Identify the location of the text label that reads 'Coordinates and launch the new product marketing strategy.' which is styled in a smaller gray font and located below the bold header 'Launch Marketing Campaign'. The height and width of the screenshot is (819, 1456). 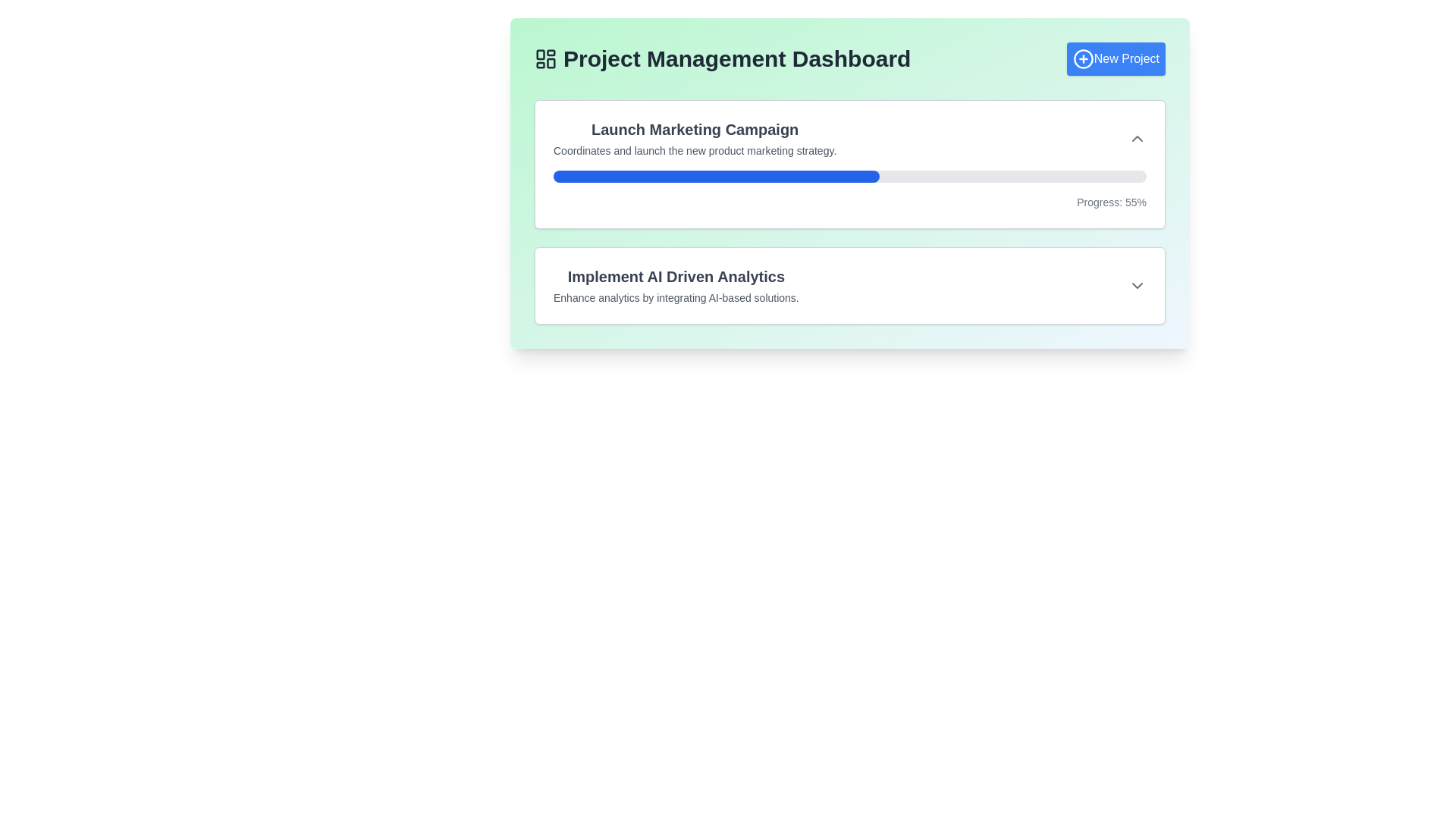
(694, 151).